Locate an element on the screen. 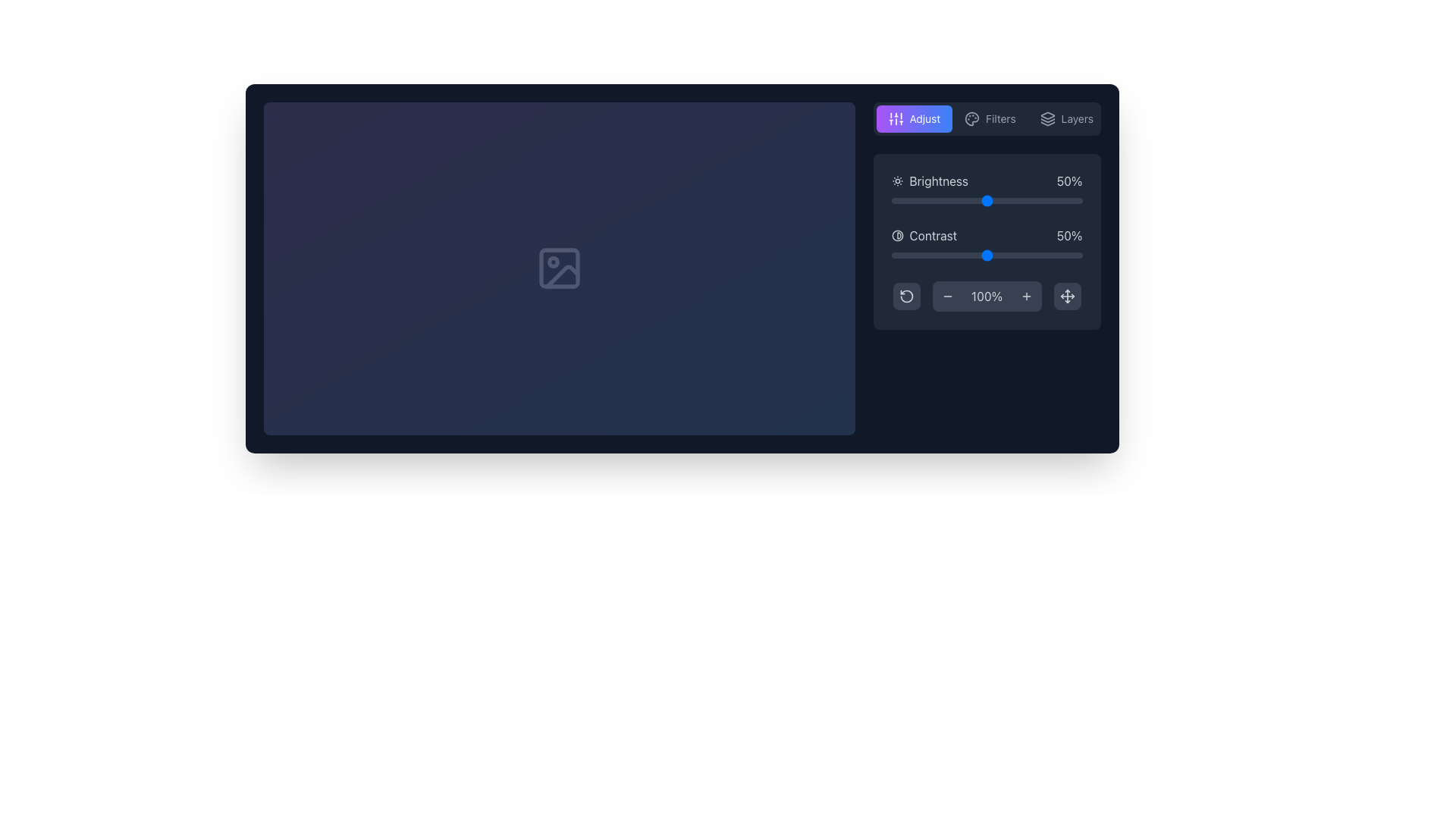 This screenshot has width=1456, height=819. the 'Contrast' label which features a light gray text and a hollow circular icon, located on the right side of the interface below the 'Brightness' section is located at coordinates (923, 236).